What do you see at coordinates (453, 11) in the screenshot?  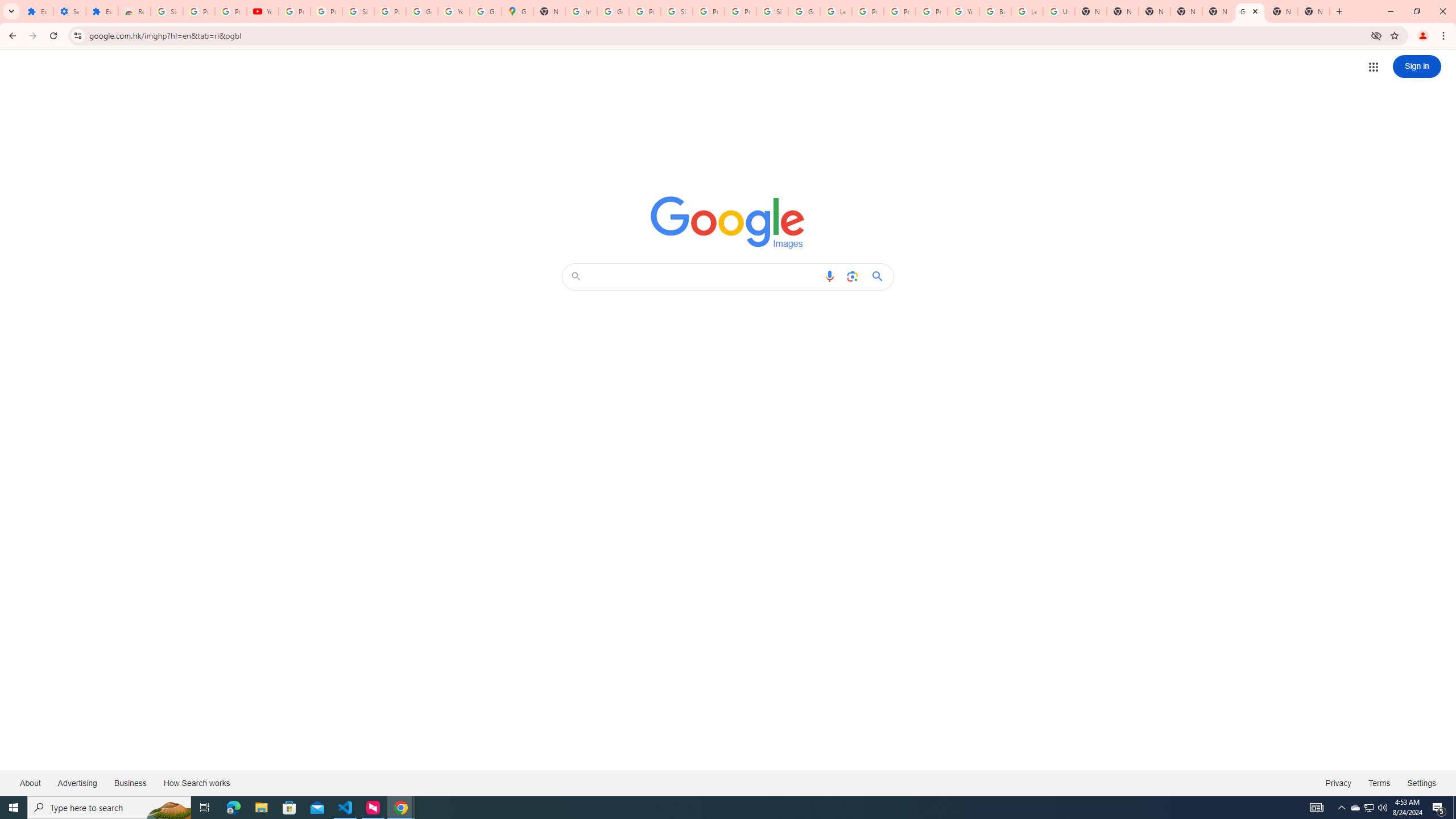 I see `'YouTube'` at bounding box center [453, 11].